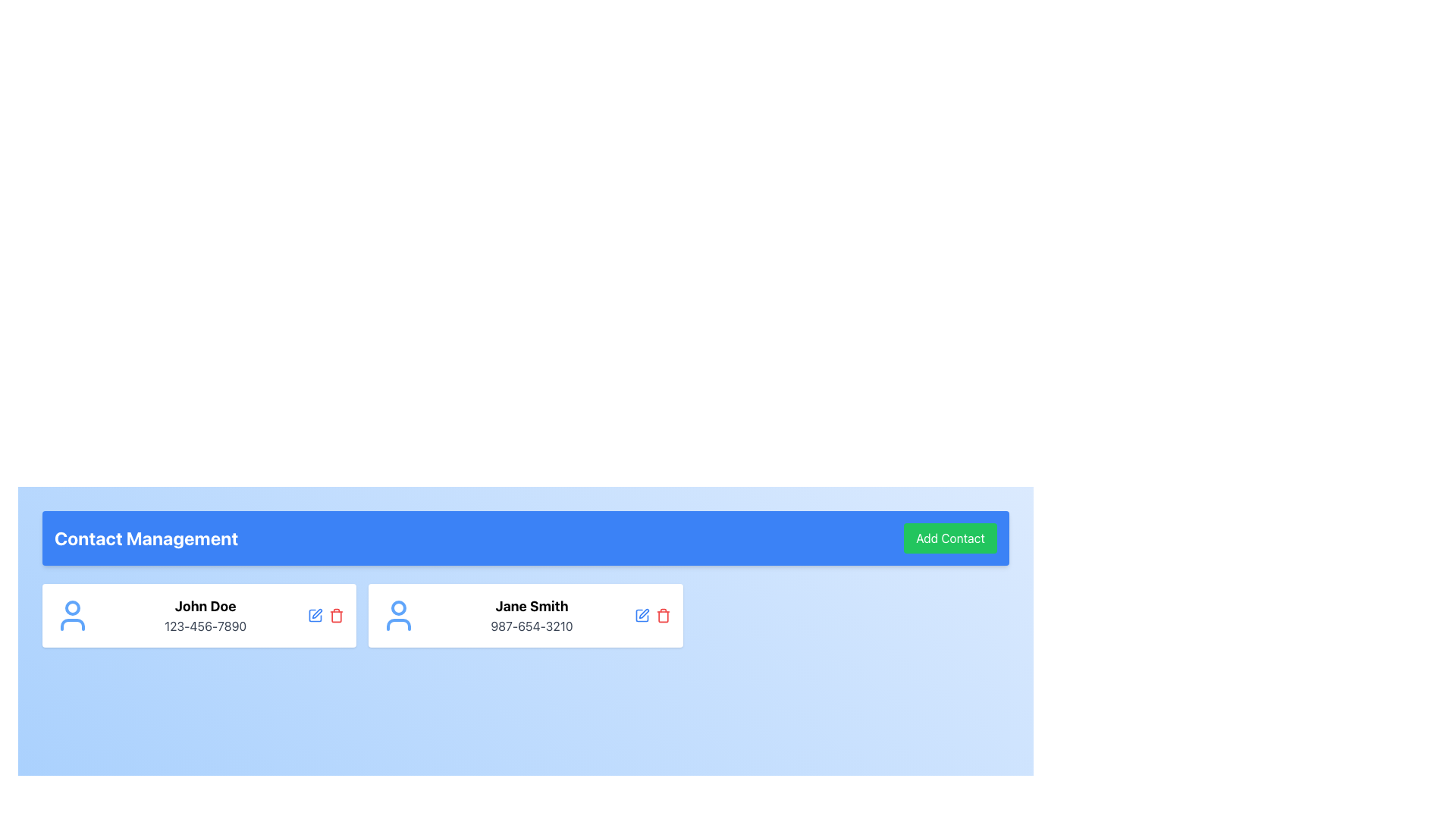 Image resolution: width=1456 pixels, height=819 pixels. What do you see at coordinates (399, 607) in the screenshot?
I see `the user icon head (circle shape) representing 'Jane Smith' in the second contact card of the 'Contact Management' interface` at bounding box center [399, 607].